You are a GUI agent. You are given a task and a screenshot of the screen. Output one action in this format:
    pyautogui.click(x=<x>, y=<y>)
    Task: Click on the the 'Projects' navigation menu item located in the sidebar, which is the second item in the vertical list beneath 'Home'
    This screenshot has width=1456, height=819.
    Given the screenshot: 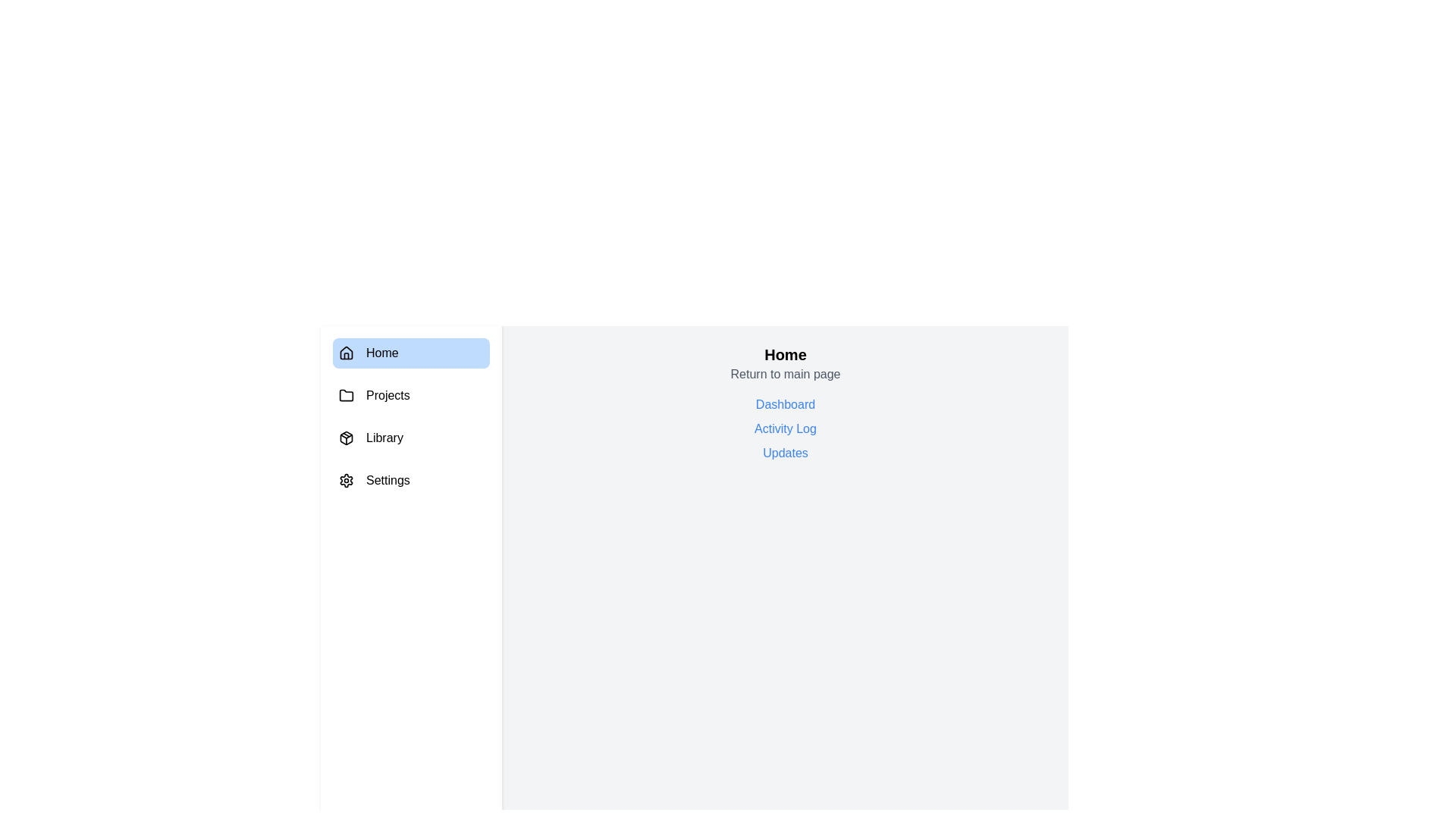 What is the action you would take?
    pyautogui.click(x=411, y=394)
    